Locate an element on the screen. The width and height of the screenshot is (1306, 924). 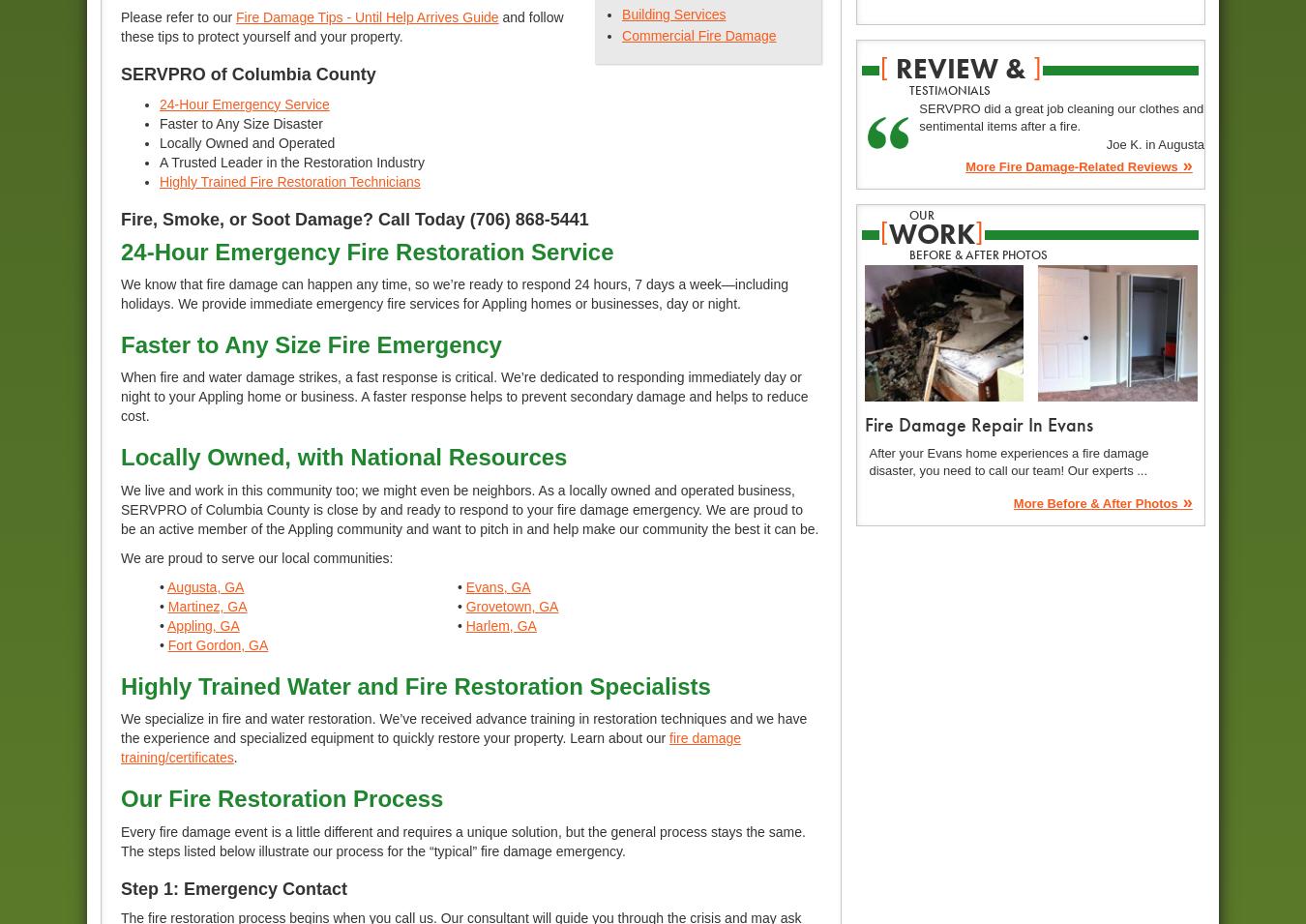
'Grovetown, GA' is located at coordinates (511, 606).